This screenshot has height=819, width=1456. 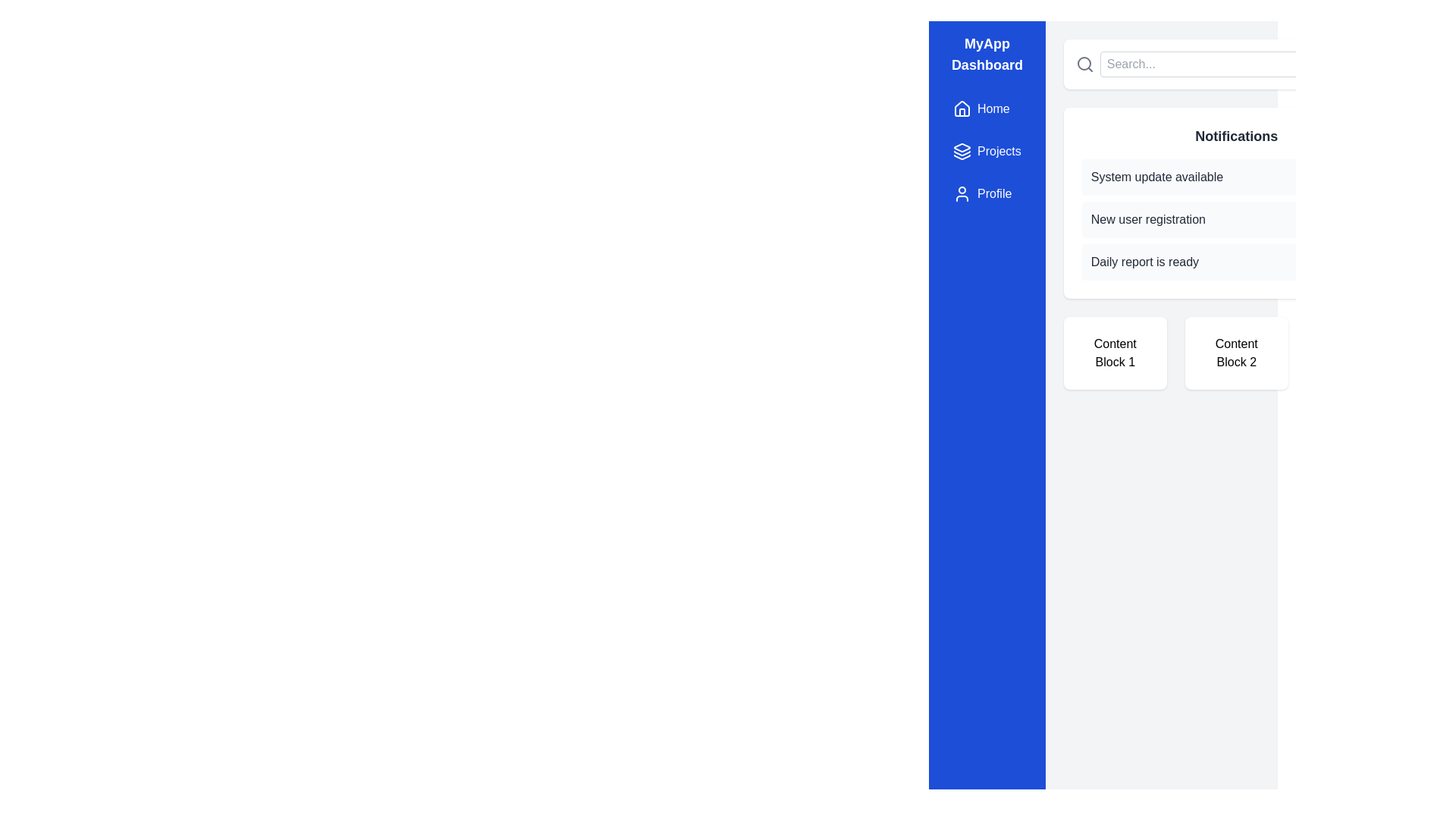 I want to click on the search trigger icon button located in the top-right corner beside the search input field to initiate a search action, so click(x=1084, y=63).